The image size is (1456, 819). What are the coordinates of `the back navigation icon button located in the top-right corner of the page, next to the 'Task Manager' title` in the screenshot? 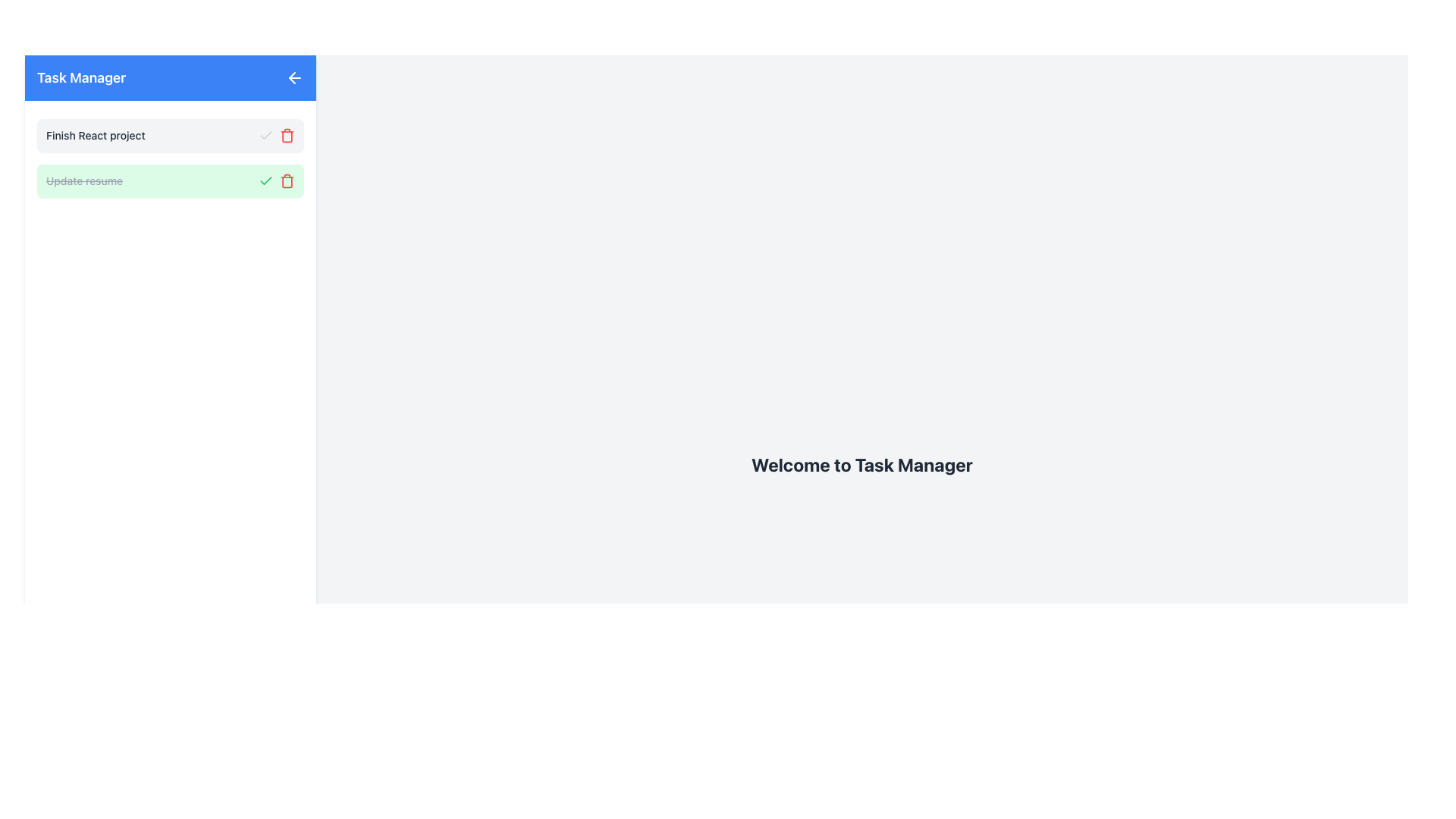 It's located at (294, 78).